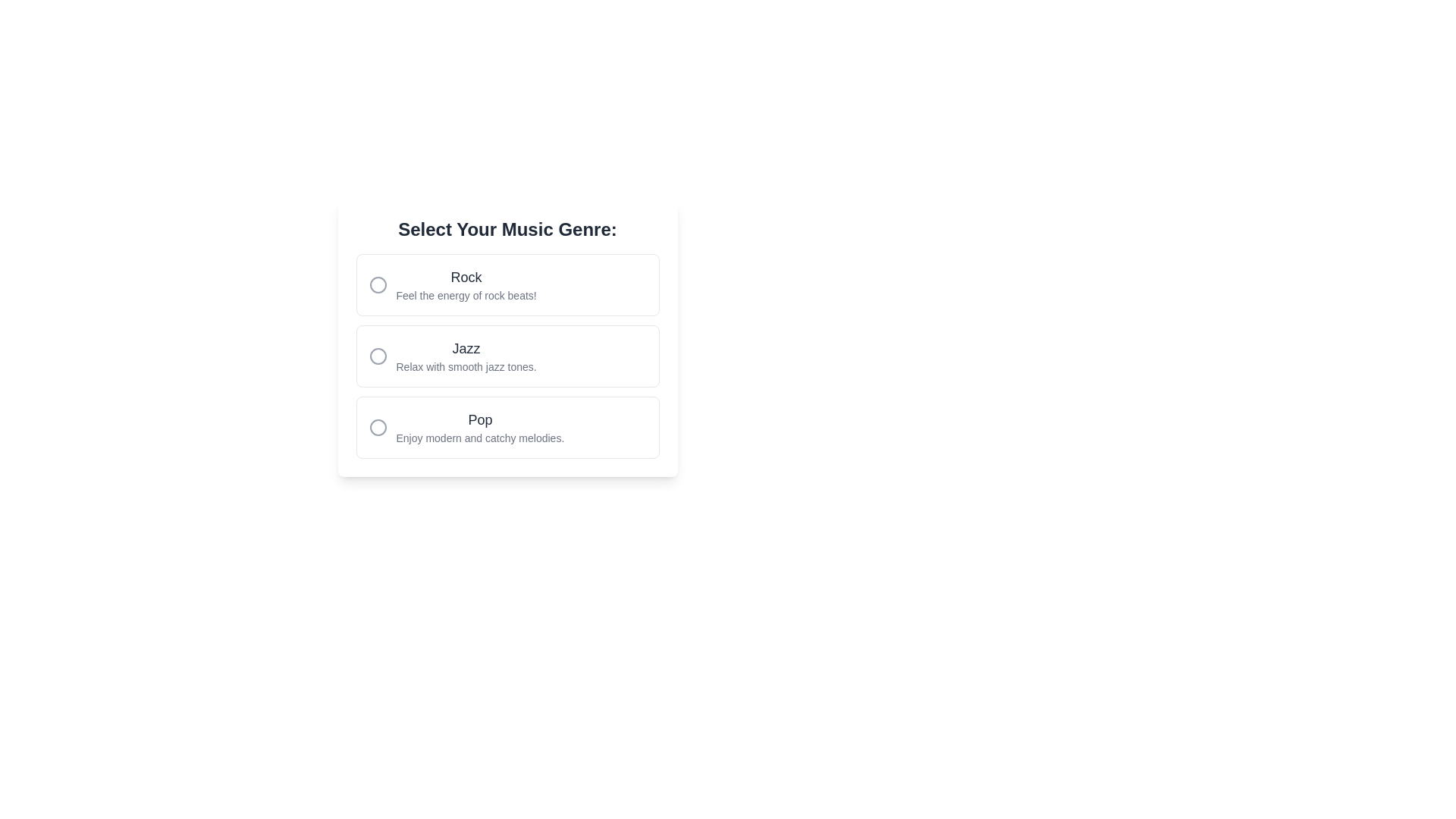 This screenshot has width=1456, height=819. I want to click on the descriptive text element located below the 'Jazz' heading in the music genre selection panel, so click(466, 366).